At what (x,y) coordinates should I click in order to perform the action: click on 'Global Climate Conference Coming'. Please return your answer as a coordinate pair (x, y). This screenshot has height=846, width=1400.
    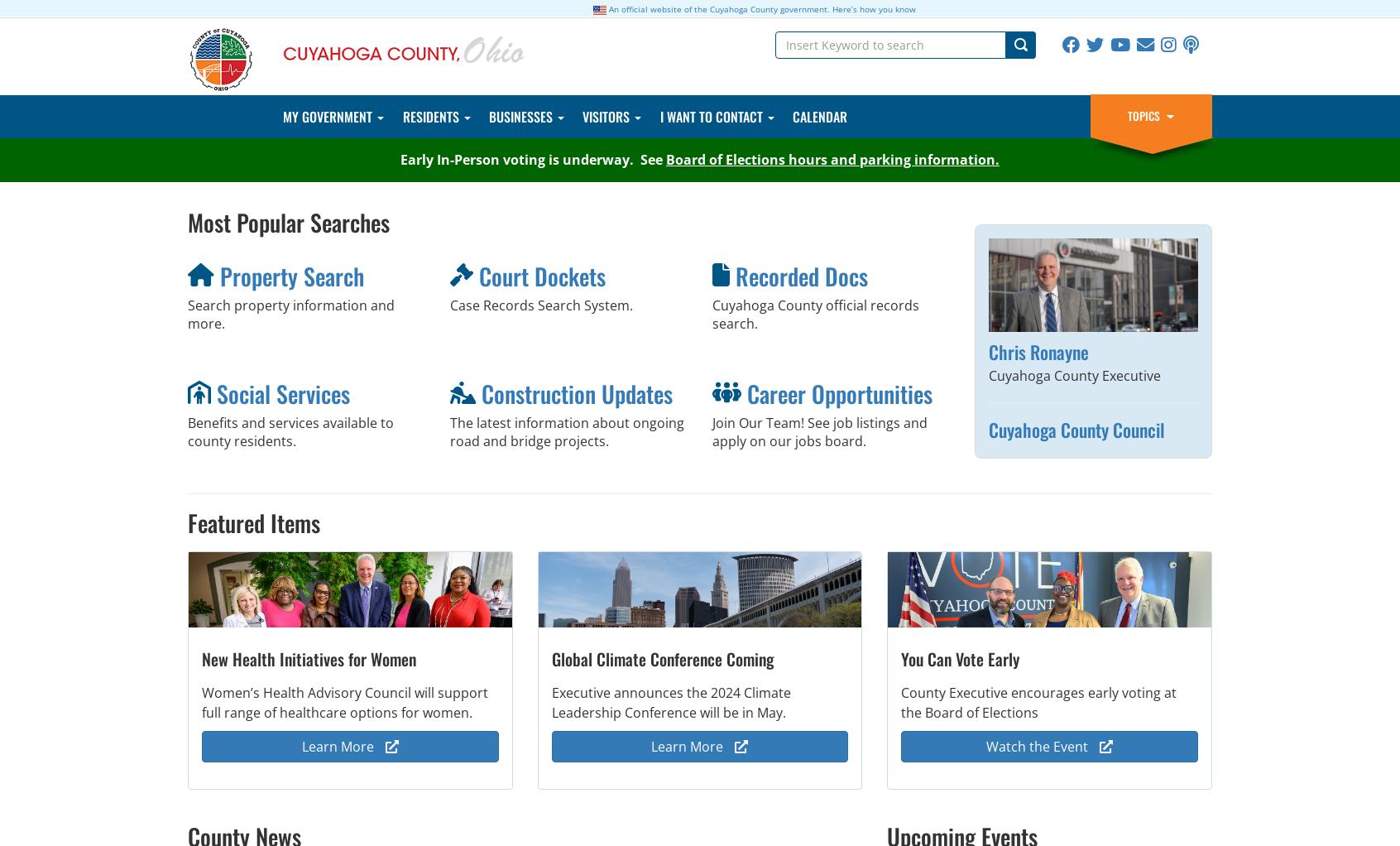
    Looking at the image, I should click on (661, 659).